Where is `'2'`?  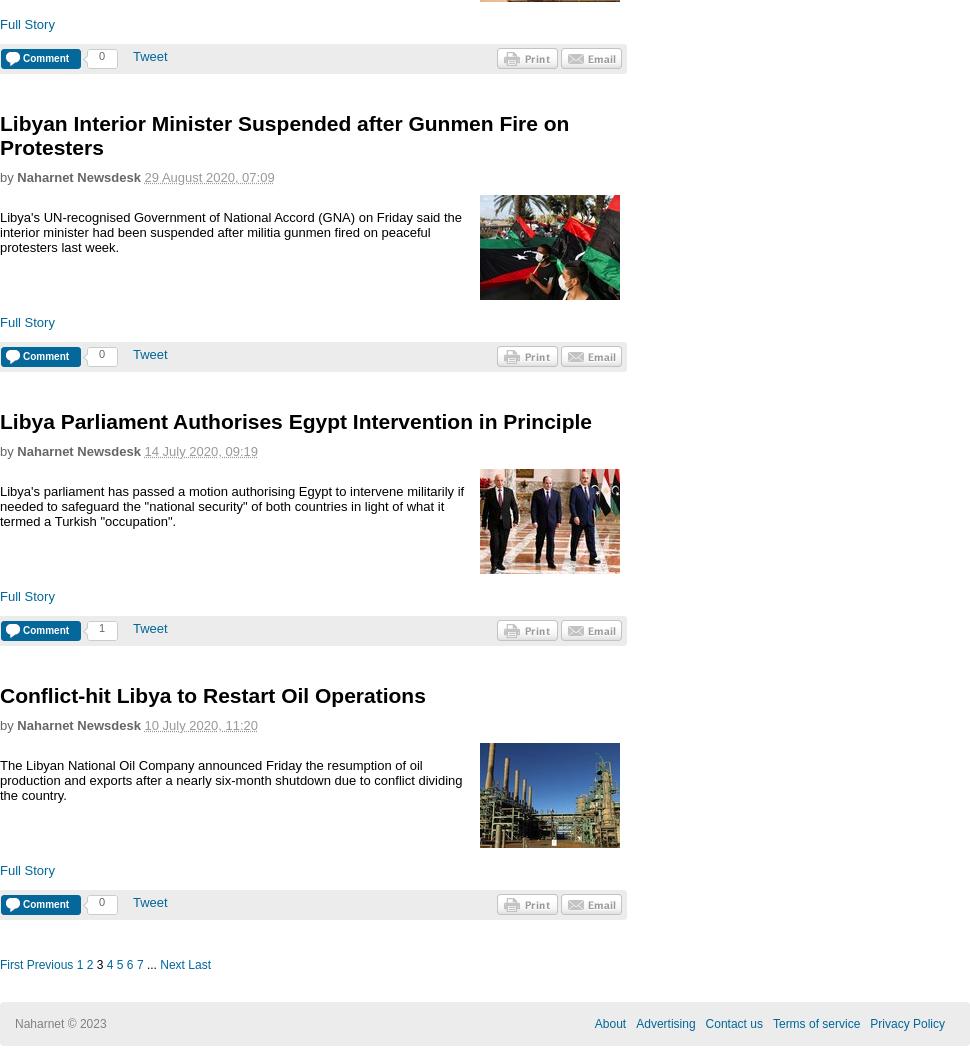 '2' is located at coordinates (88, 964).